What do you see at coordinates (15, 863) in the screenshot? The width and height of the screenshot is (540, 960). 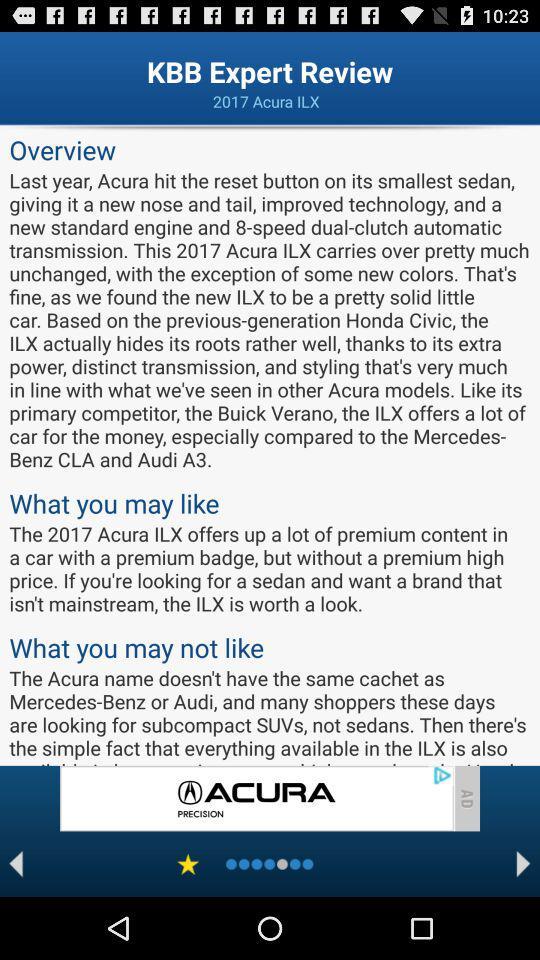 I see `go back` at bounding box center [15, 863].